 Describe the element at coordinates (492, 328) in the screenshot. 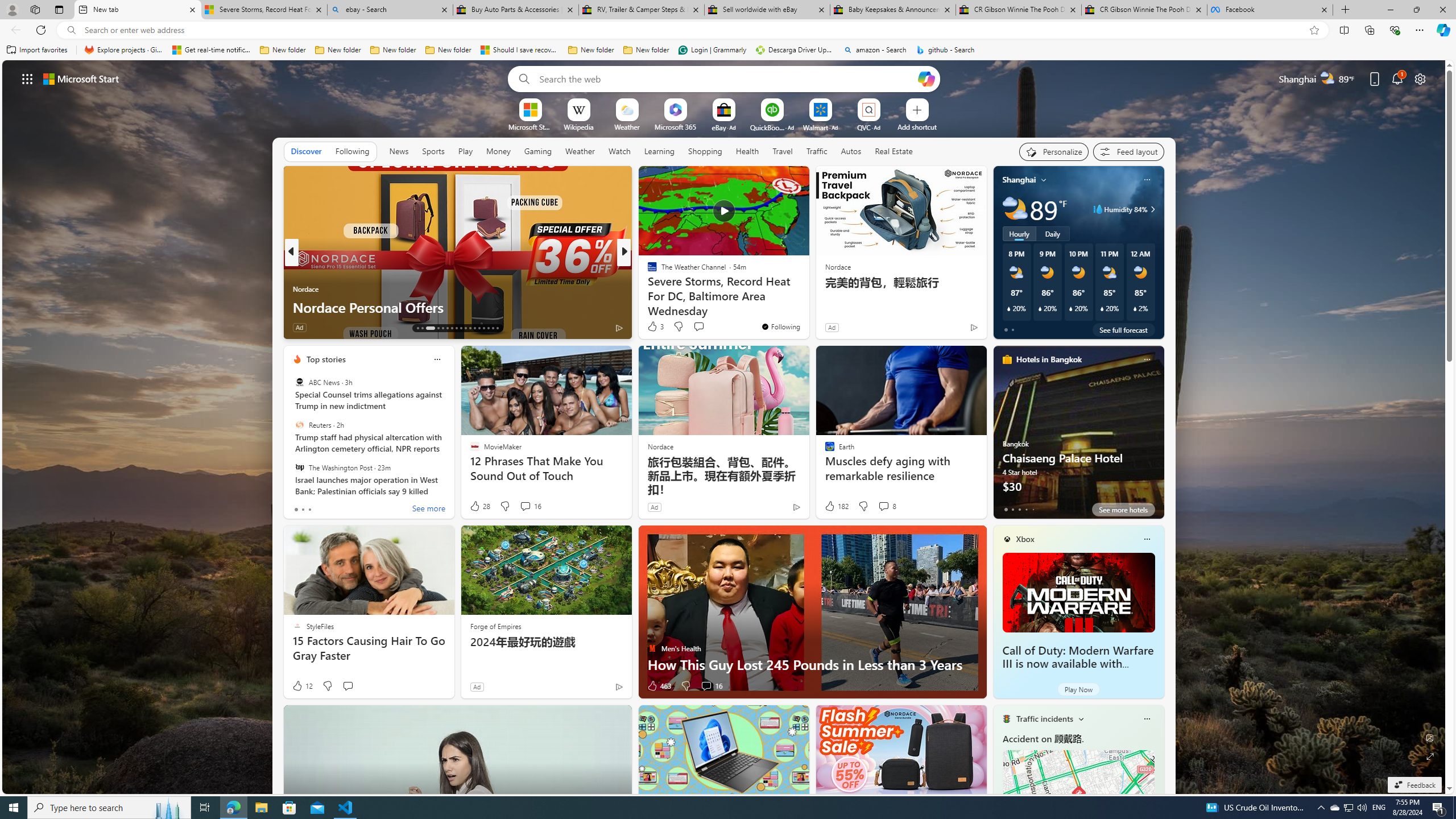

I see `'AutomationID: tab-28'` at that location.